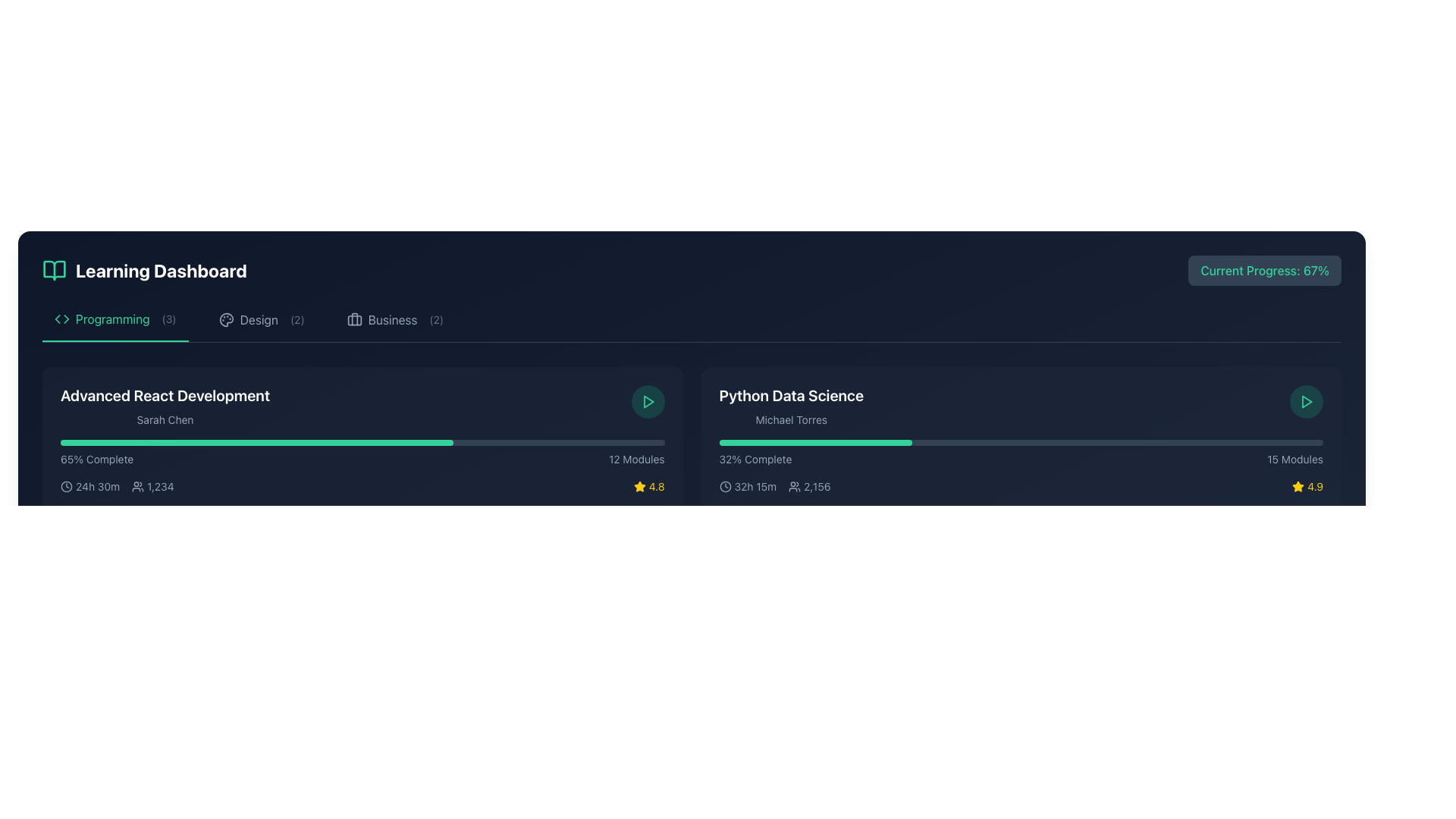 This screenshot has height=819, width=1456. Describe the element at coordinates (790, 420) in the screenshot. I see `the static text label displaying the name 'Michael Torres' located in the 'Python Data Science' section, which is positioned below the main heading and above the progress and details row` at that location.